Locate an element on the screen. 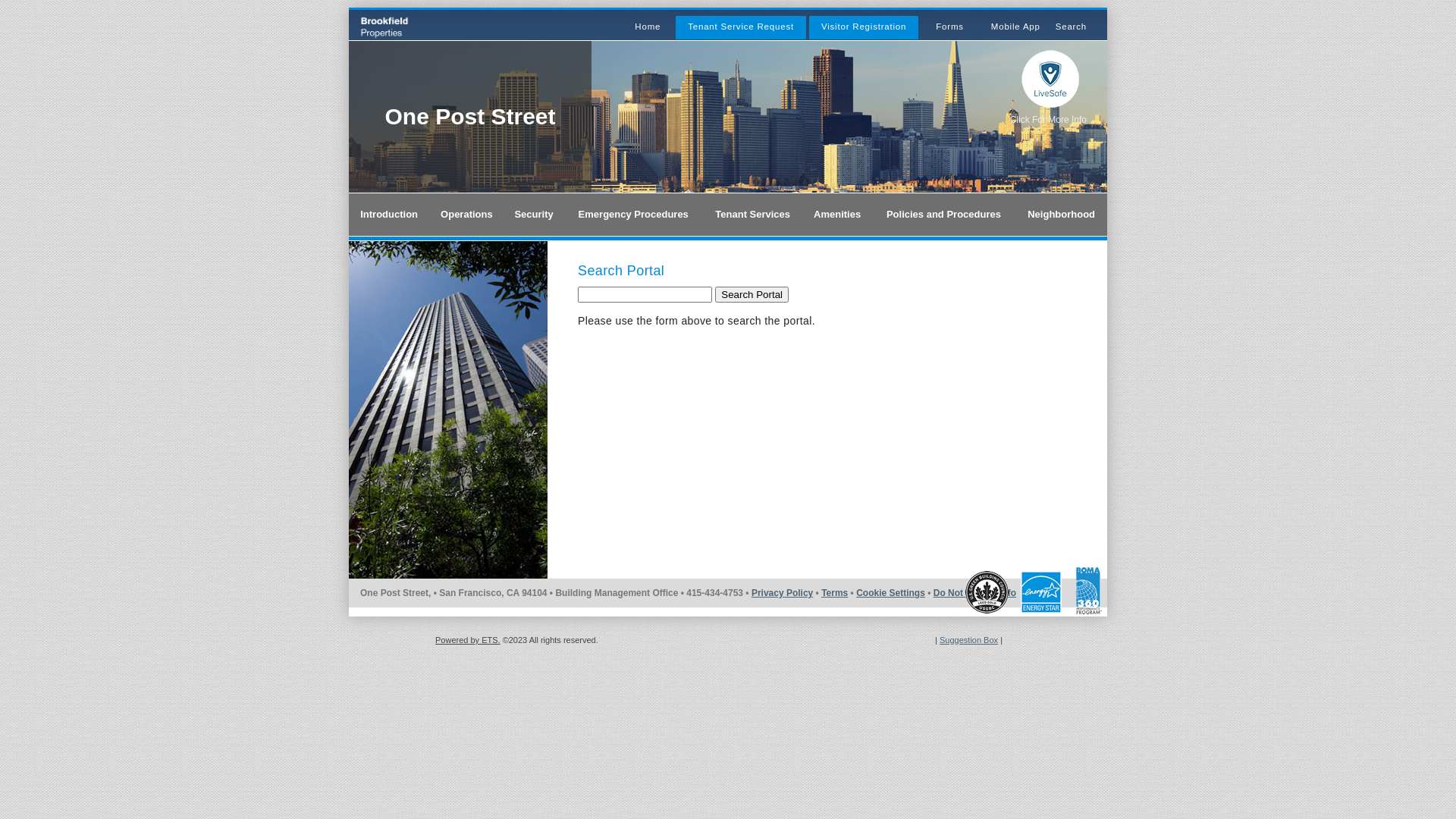  'Terms' is located at coordinates (833, 592).